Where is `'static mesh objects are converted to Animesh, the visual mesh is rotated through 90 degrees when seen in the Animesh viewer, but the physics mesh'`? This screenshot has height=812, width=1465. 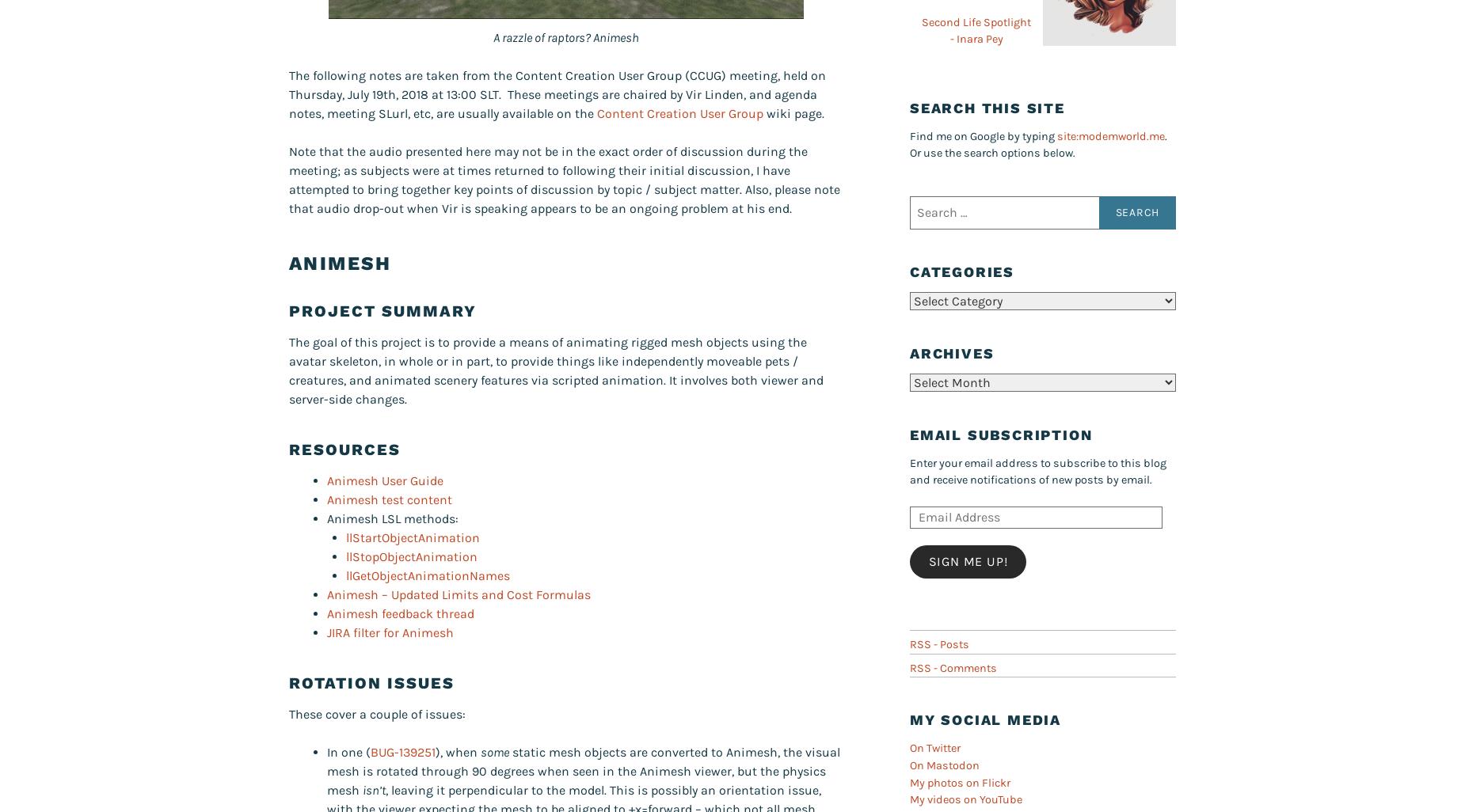 'static mesh objects are converted to Animesh, the visual mesh is rotated through 90 degrees when seen in the Animesh viewer, but the physics mesh' is located at coordinates (584, 771).